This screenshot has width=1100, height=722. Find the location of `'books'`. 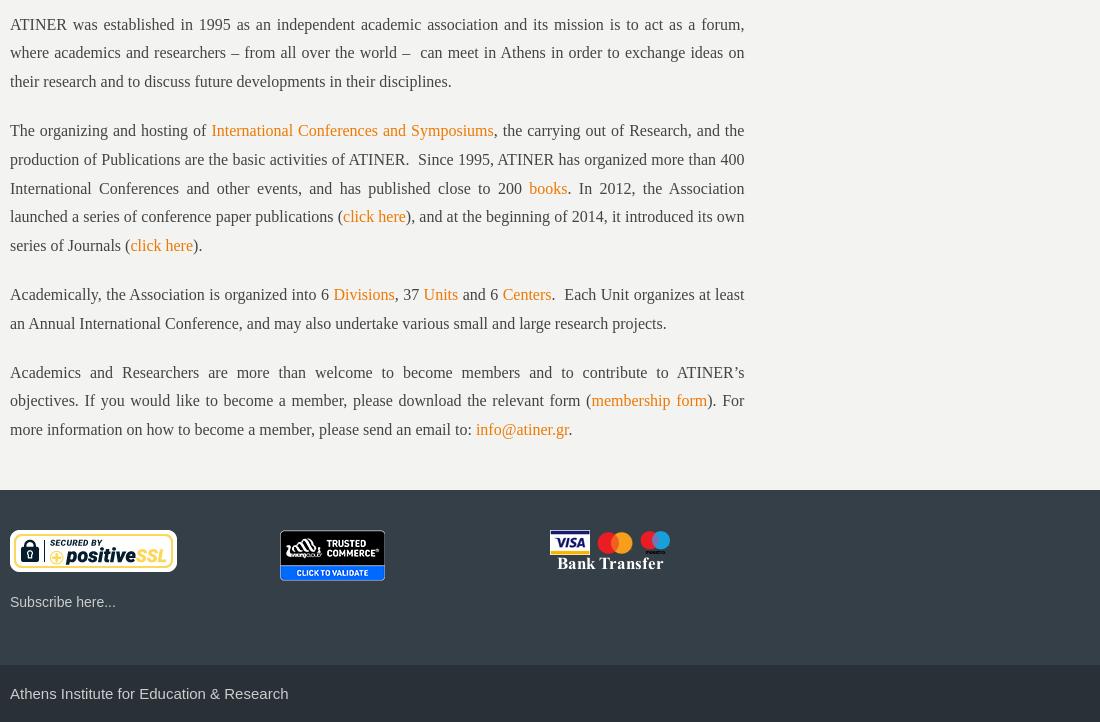

'books' is located at coordinates (548, 186).